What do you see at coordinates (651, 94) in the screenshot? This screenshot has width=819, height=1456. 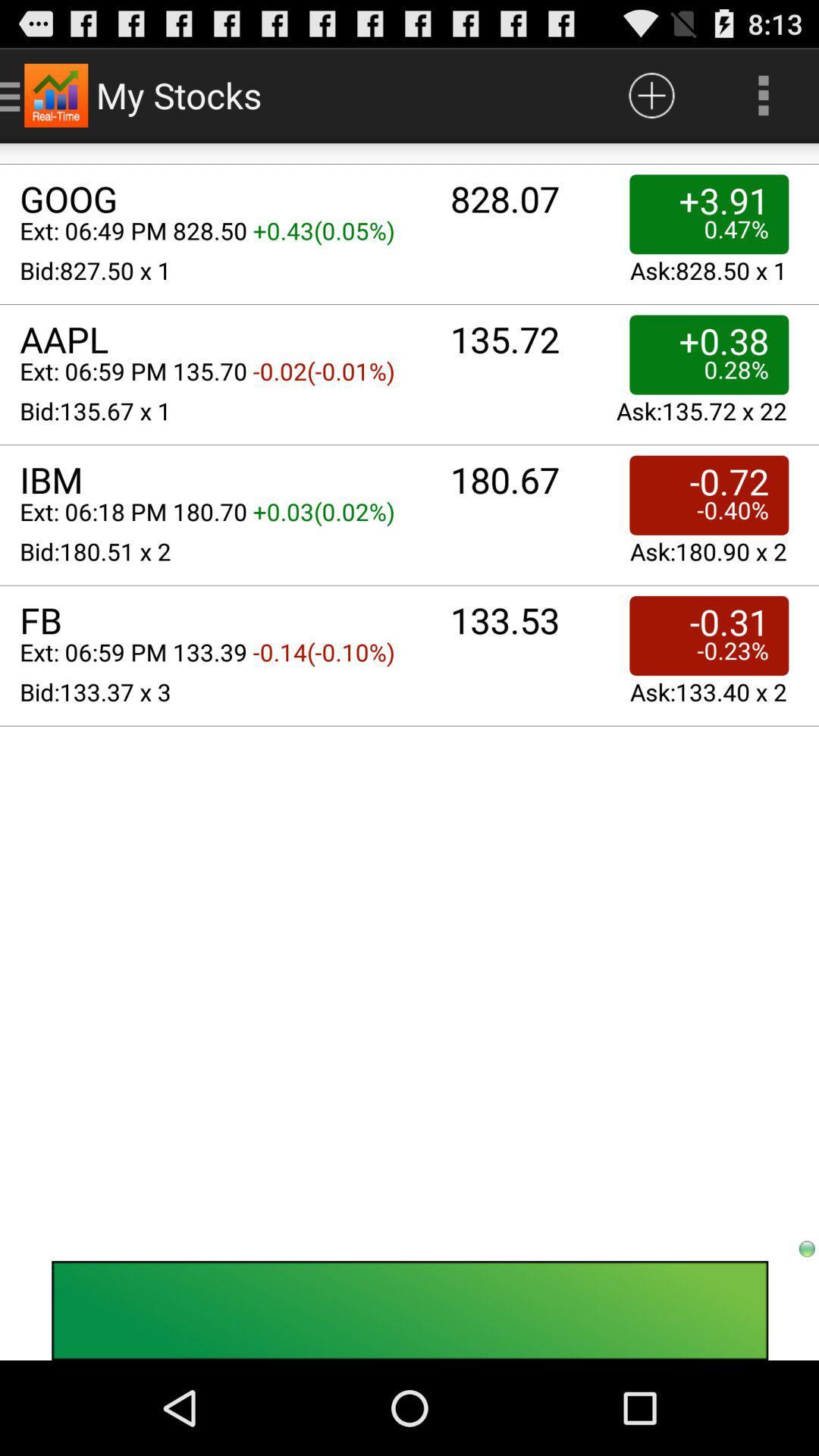 I see `item next to the my stocks item` at bounding box center [651, 94].